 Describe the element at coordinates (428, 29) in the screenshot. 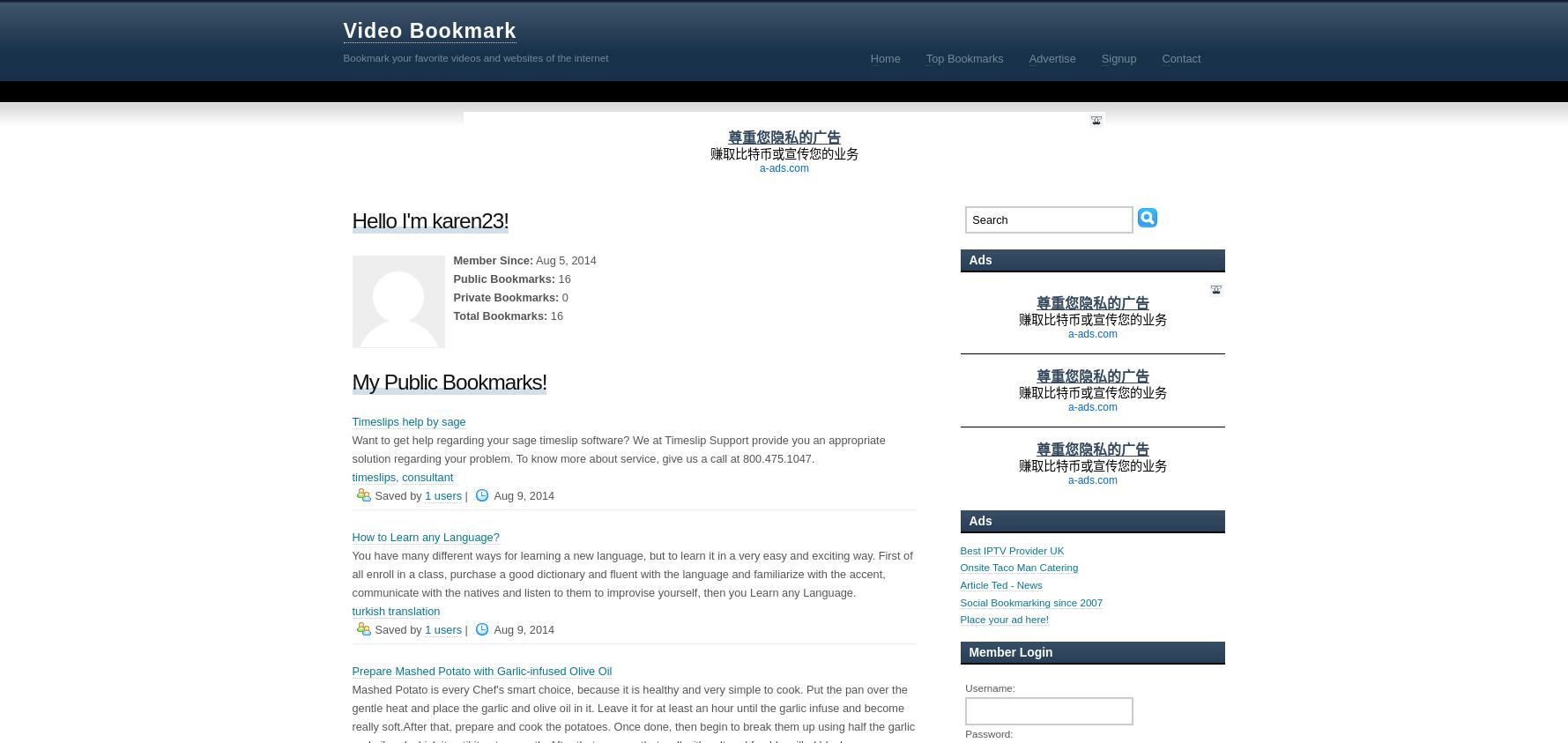

I see `'Video Bookmark'` at that location.